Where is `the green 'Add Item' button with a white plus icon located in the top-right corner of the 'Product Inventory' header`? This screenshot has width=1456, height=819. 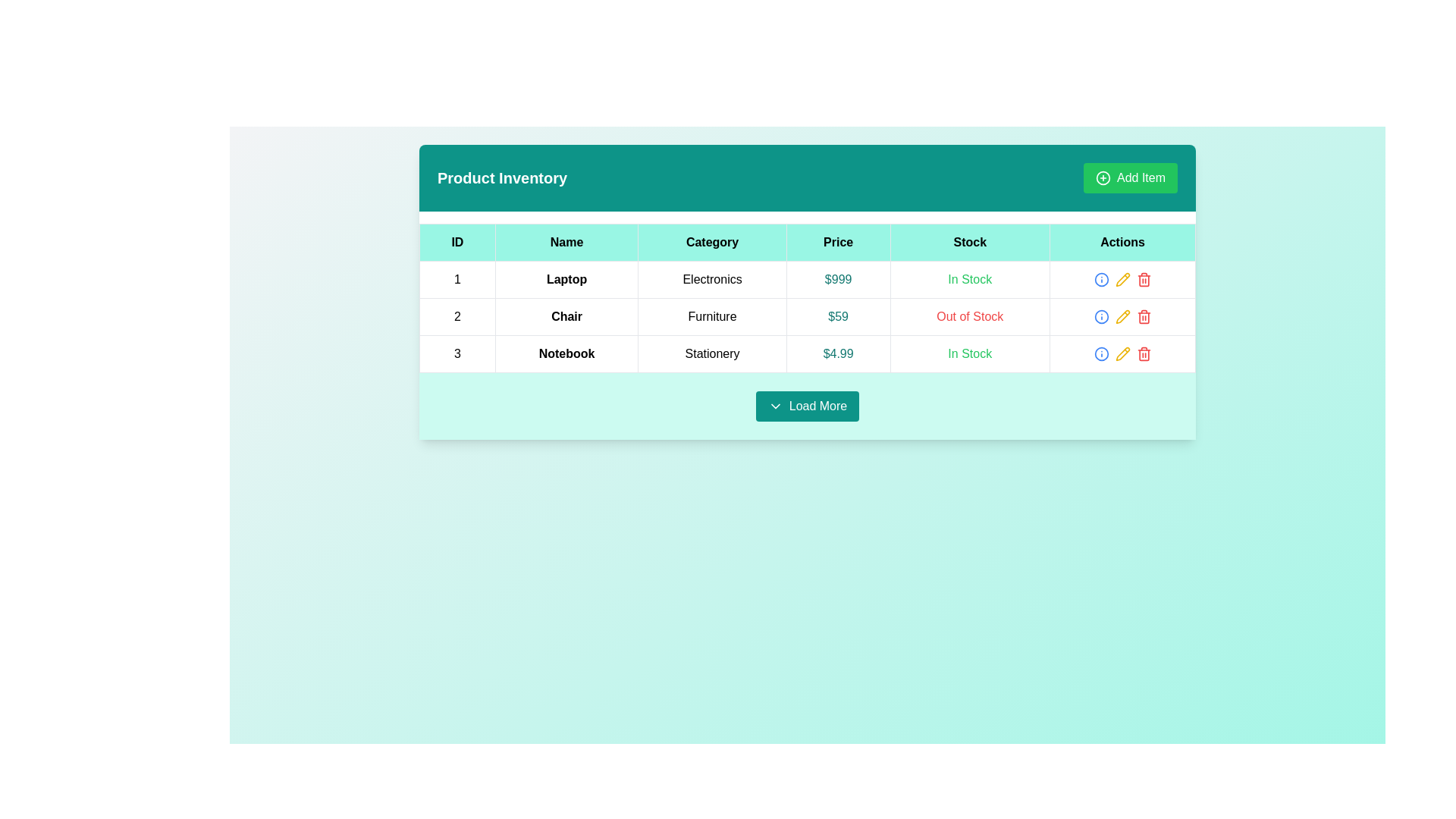 the green 'Add Item' button with a white plus icon located in the top-right corner of the 'Product Inventory' header is located at coordinates (1131, 177).